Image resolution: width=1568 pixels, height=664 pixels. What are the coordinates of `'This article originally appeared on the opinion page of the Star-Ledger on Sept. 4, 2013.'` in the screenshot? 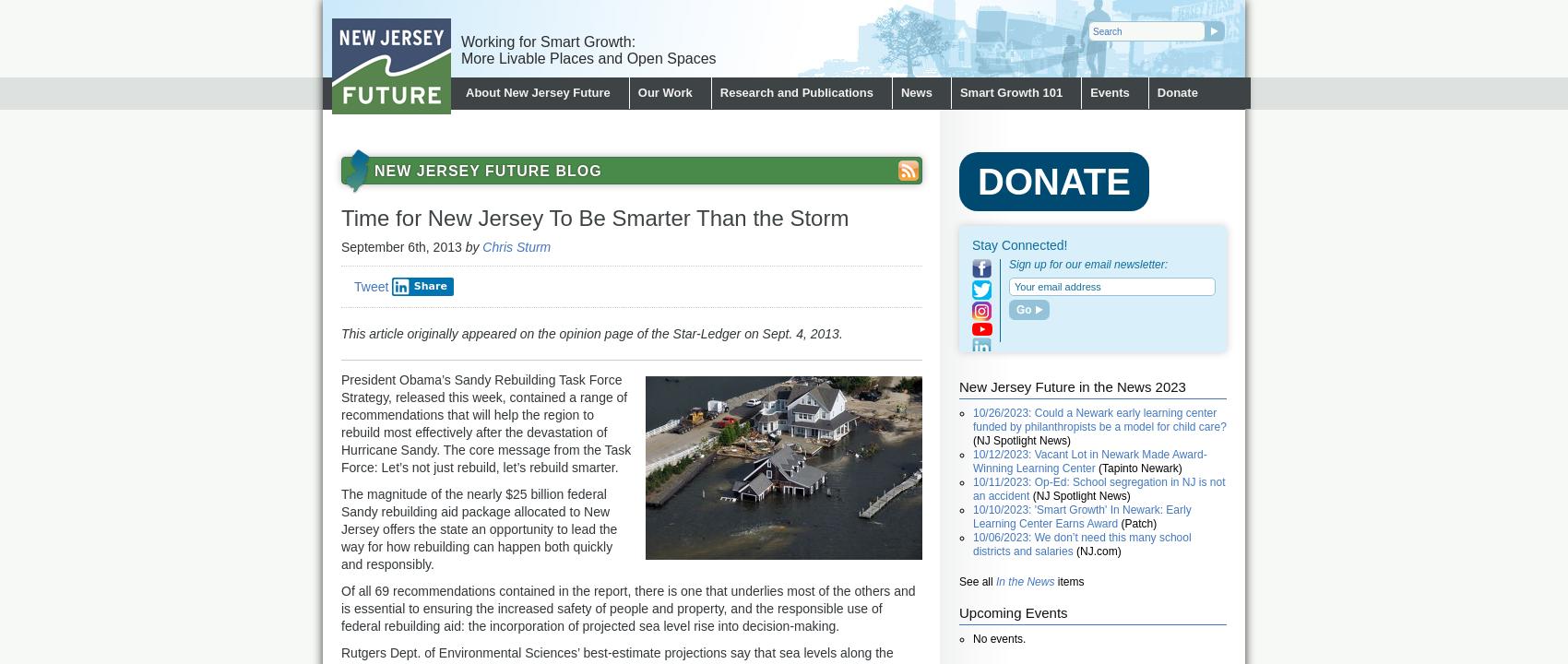 It's located at (591, 334).